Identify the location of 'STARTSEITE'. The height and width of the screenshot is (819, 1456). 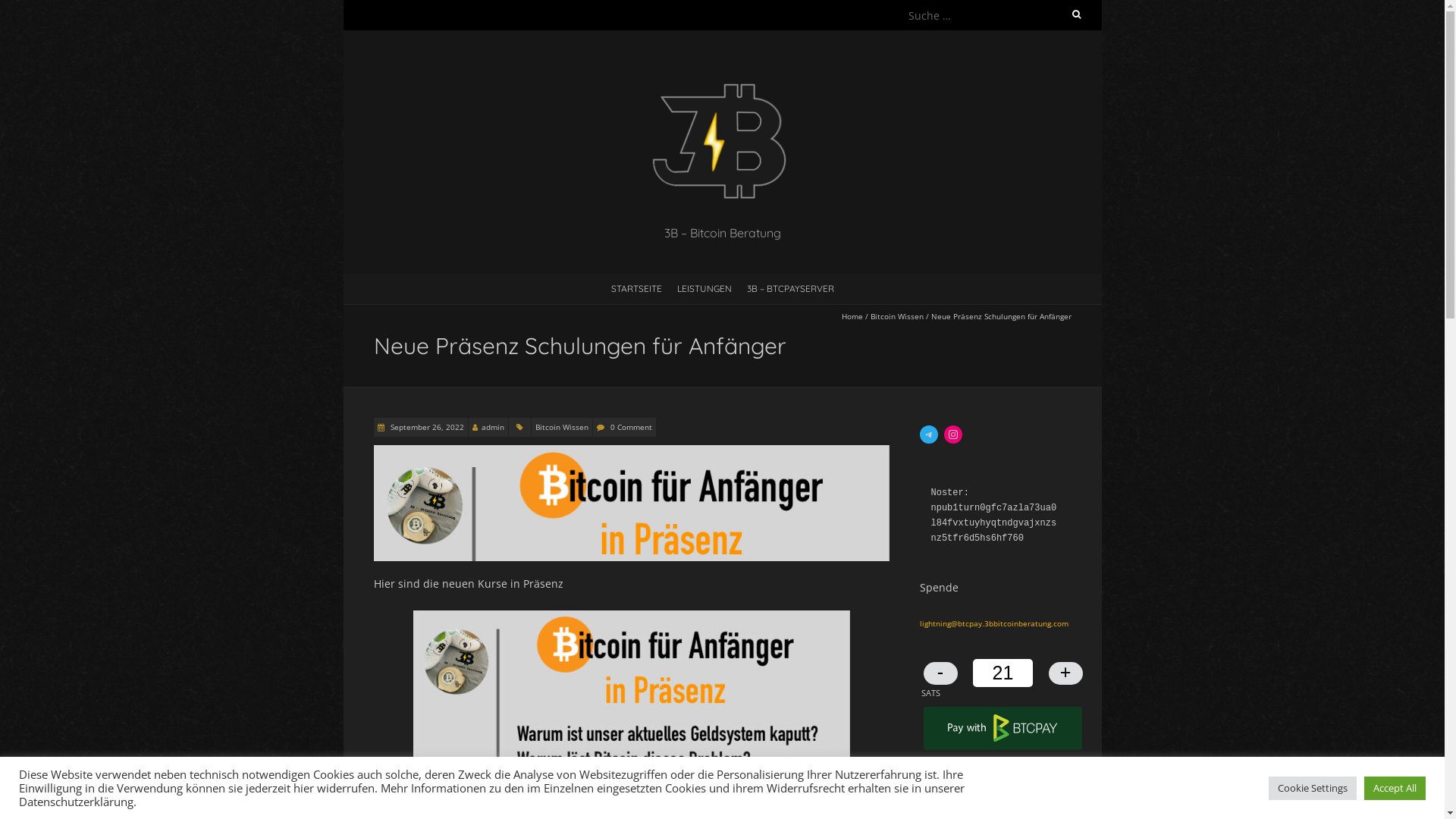
(636, 288).